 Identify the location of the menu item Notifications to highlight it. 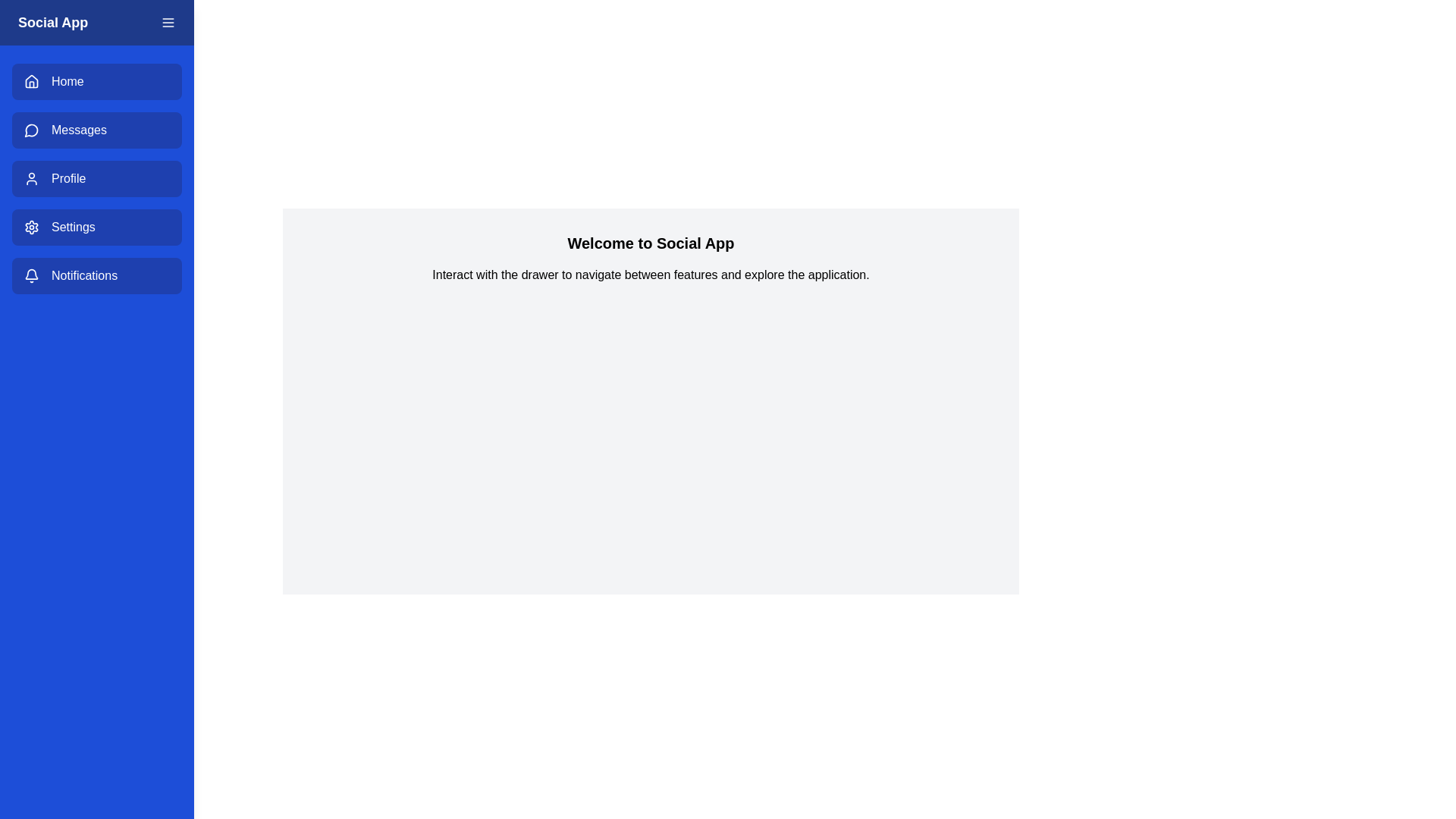
(96, 275).